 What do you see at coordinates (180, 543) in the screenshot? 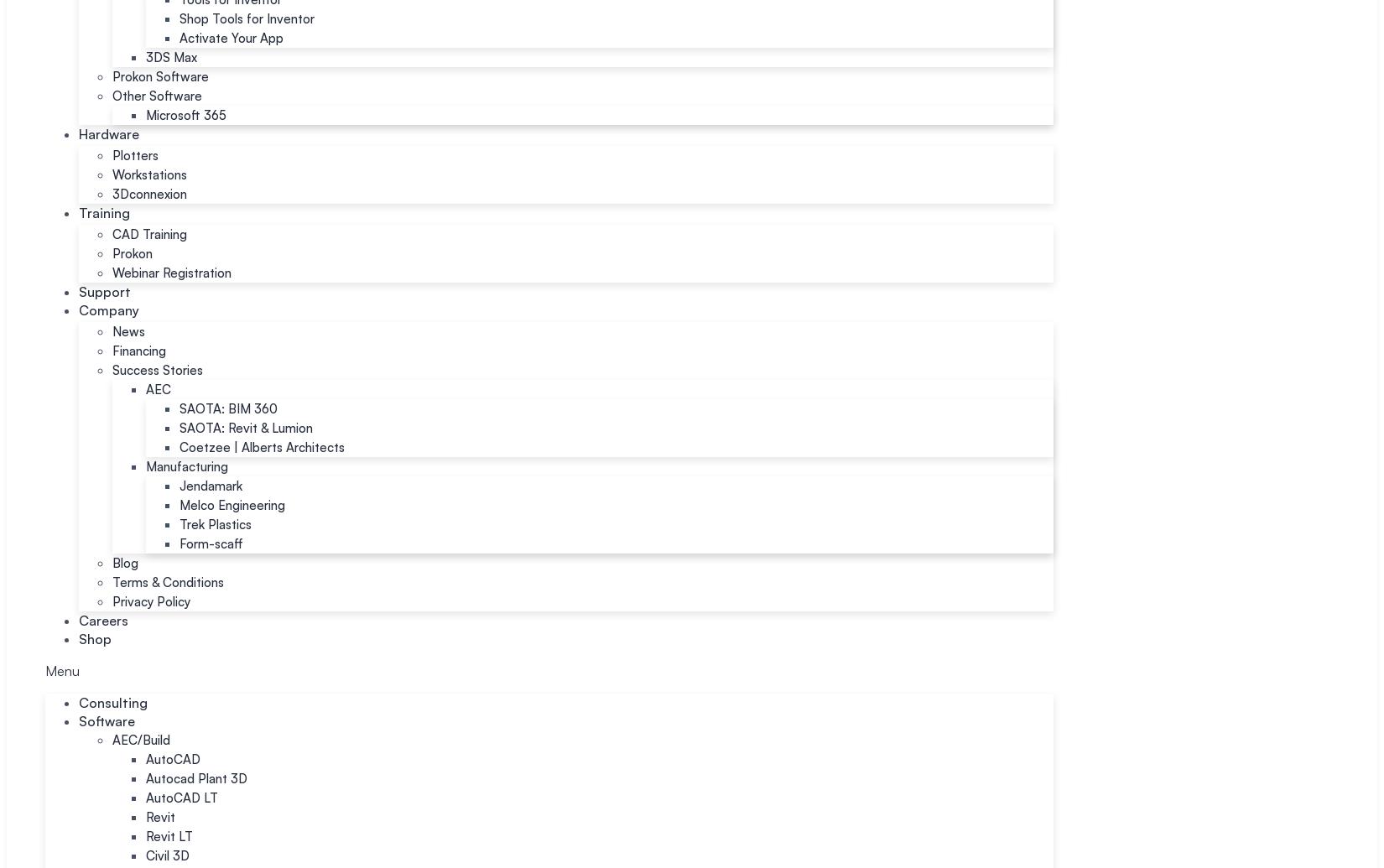
I see `'Form-scaff'` at bounding box center [180, 543].